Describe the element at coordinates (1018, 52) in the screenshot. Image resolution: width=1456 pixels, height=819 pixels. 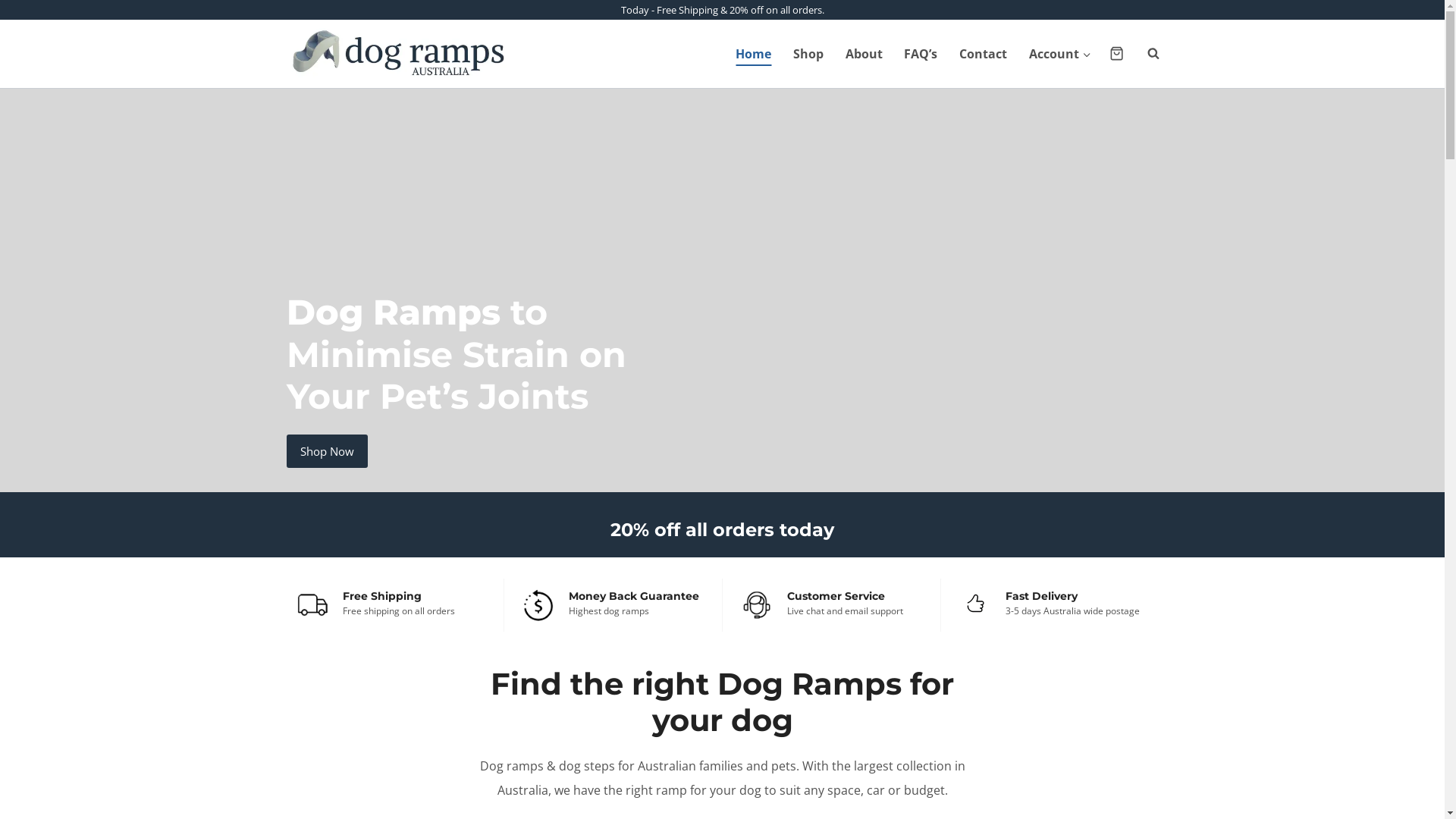
I see `'Account'` at that location.